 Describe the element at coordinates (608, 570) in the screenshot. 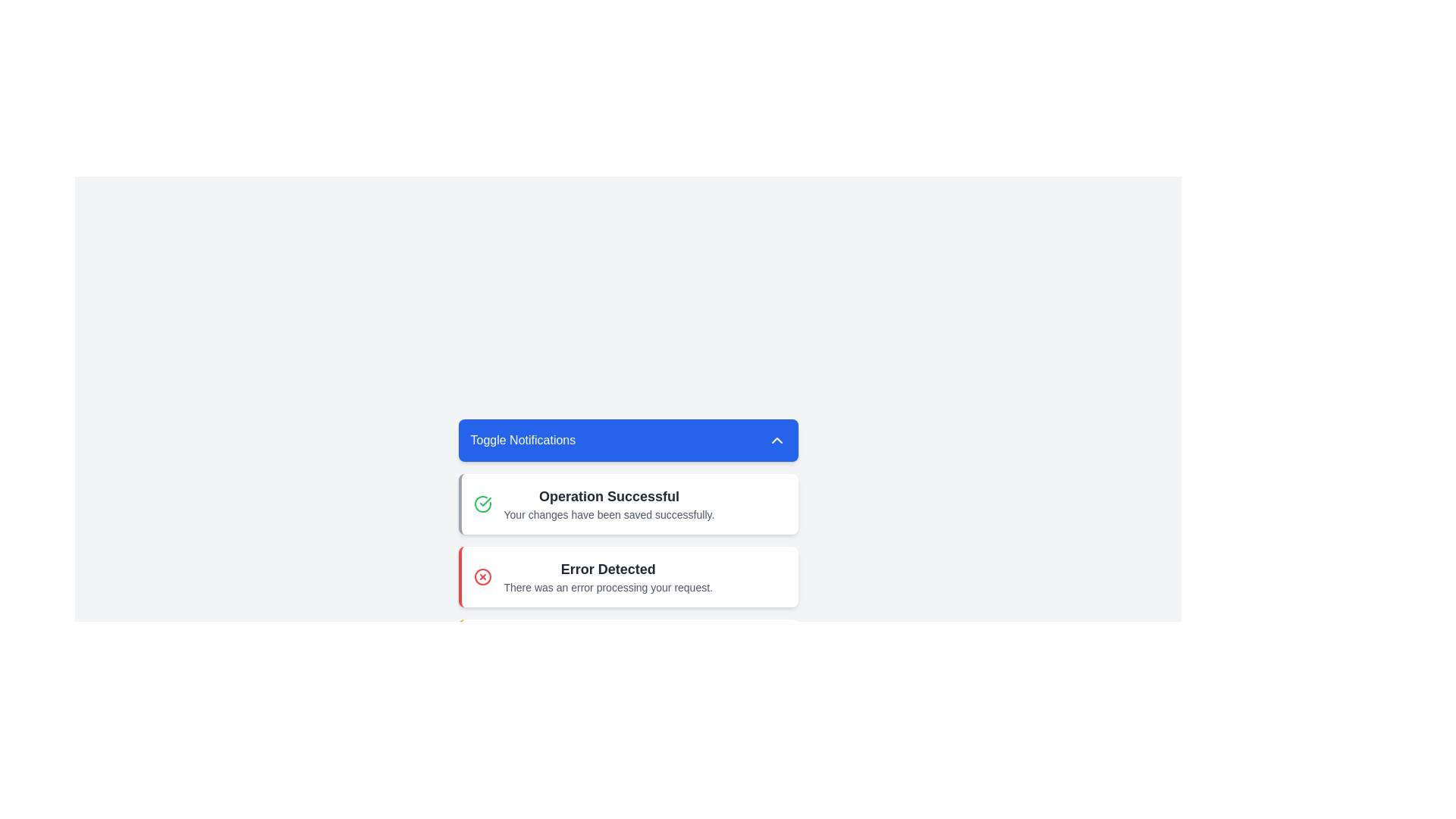

I see `the text label that serves as the main title for the error message, positioned prominently above the detailed error message within the error notification card` at that location.